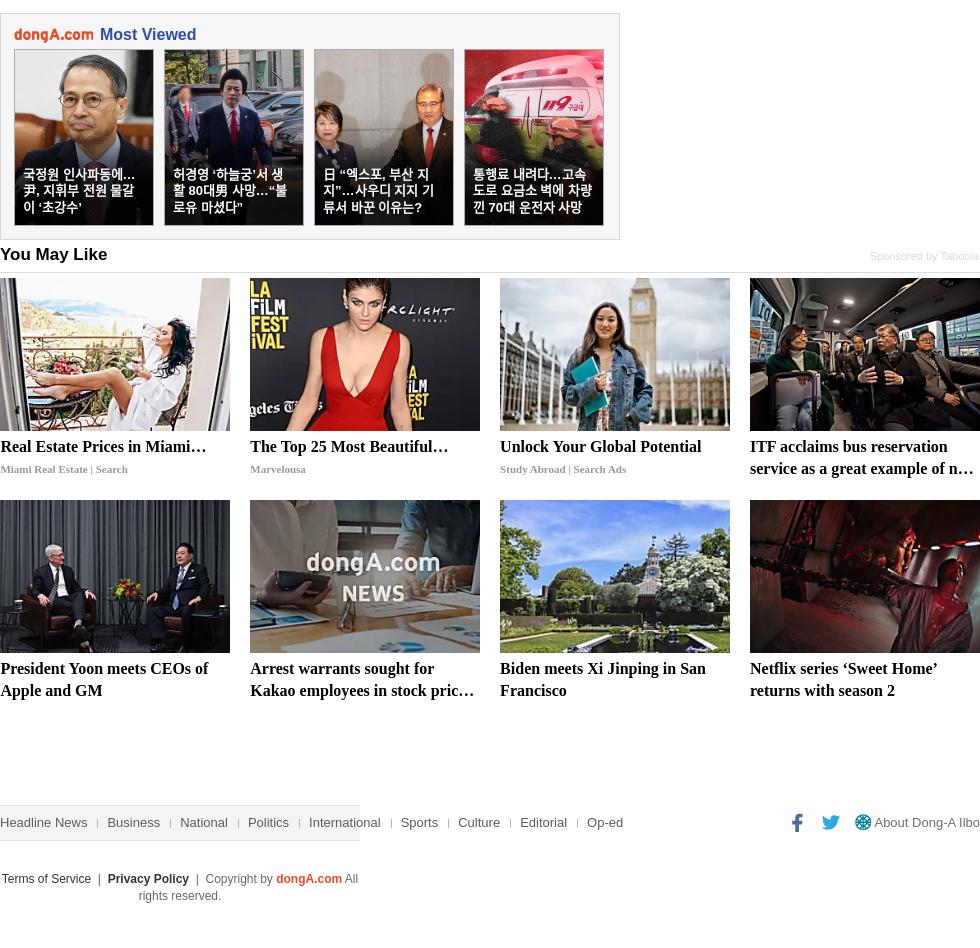  Describe the element at coordinates (308, 822) in the screenshot. I see `'International'` at that location.